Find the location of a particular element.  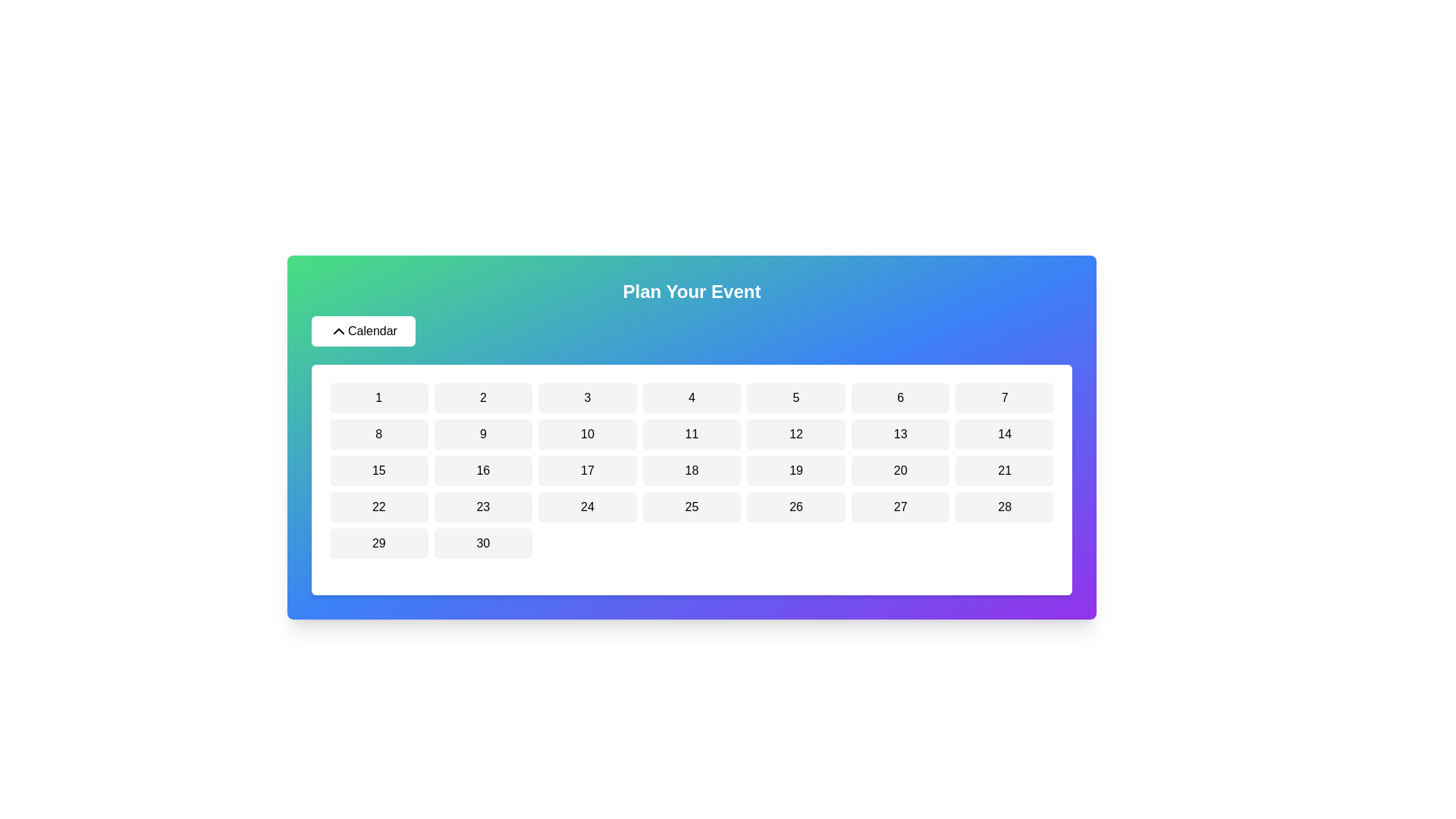

the selection button for the number '14' is located at coordinates (1005, 435).